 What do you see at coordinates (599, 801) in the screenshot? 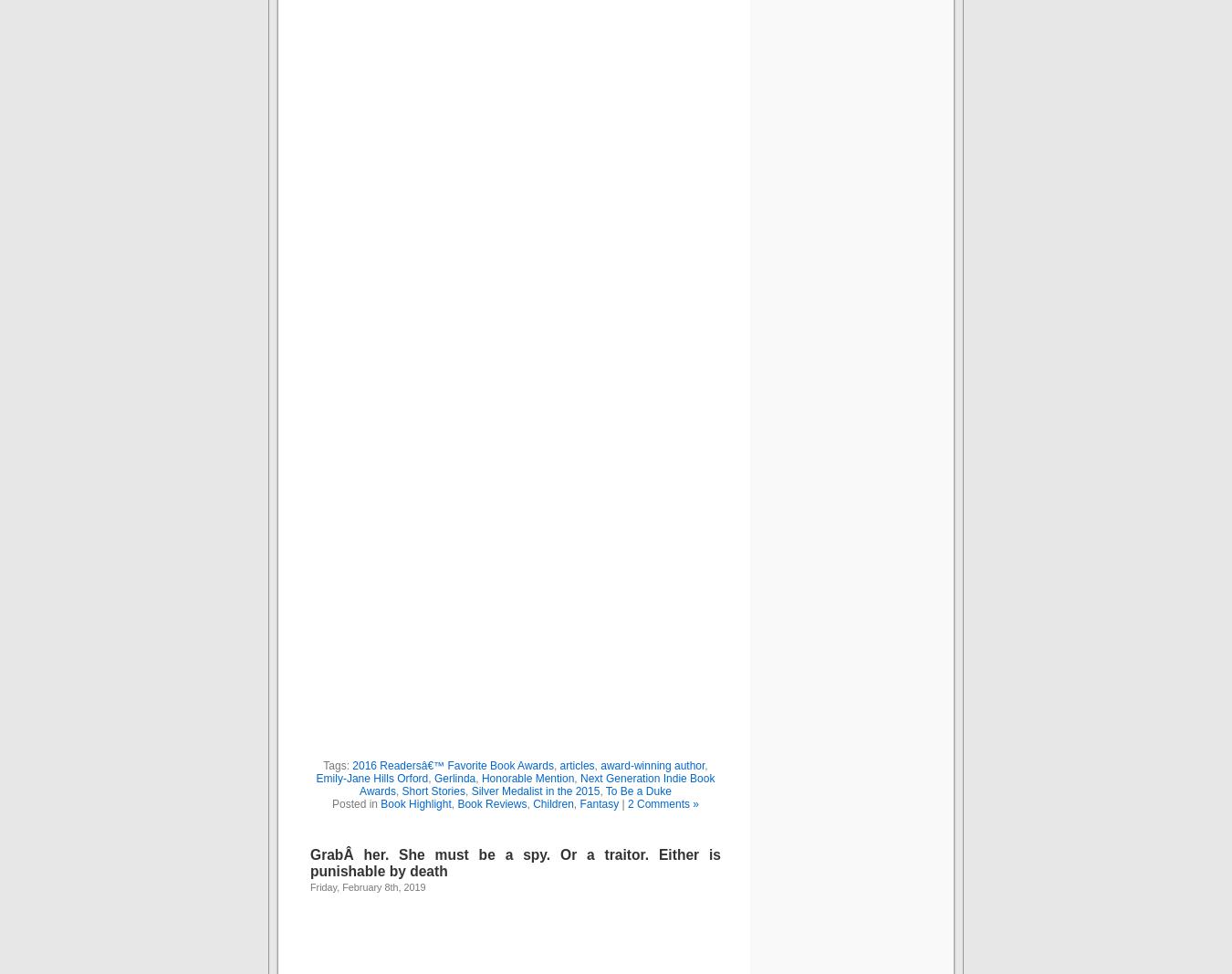
I see `'Fantasy'` at bounding box center [599, 801].